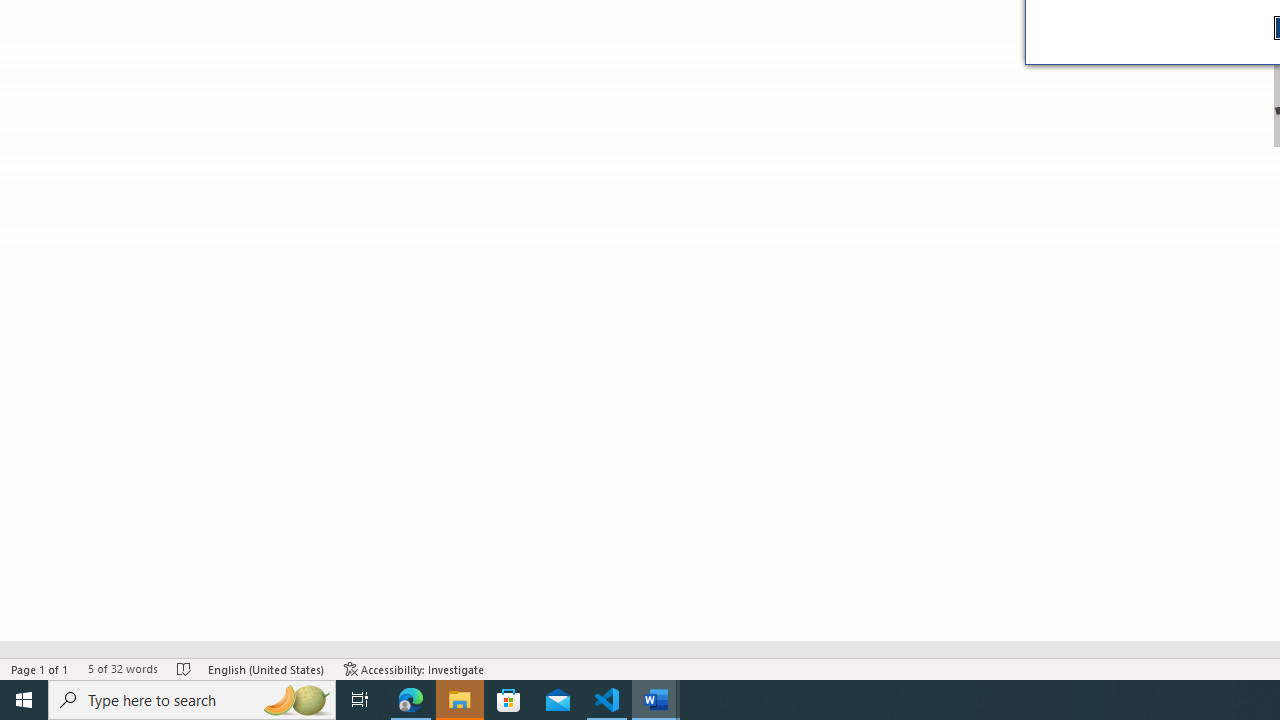  I want to click on 'Accessibility Checker Accessibility: Investigate', so click(413, 669).